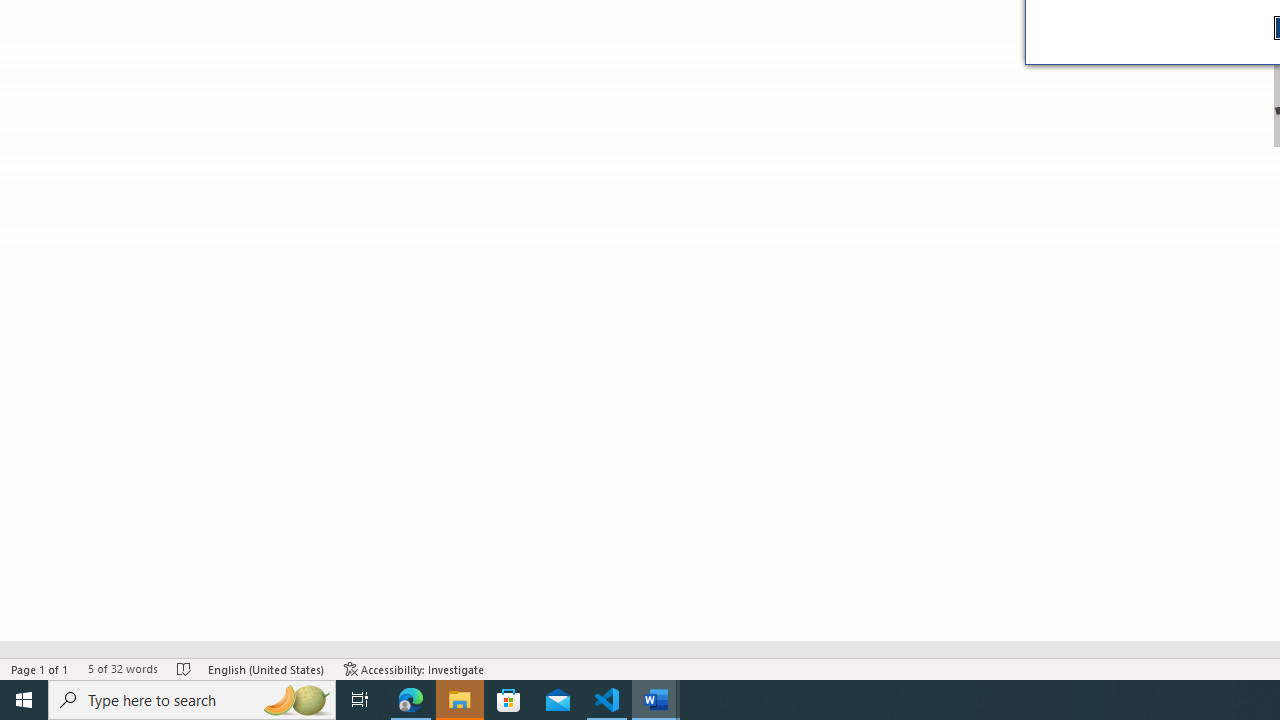  I want to click on 'Accessibility Checker Accessibility: Investigate', so click(413, 669).